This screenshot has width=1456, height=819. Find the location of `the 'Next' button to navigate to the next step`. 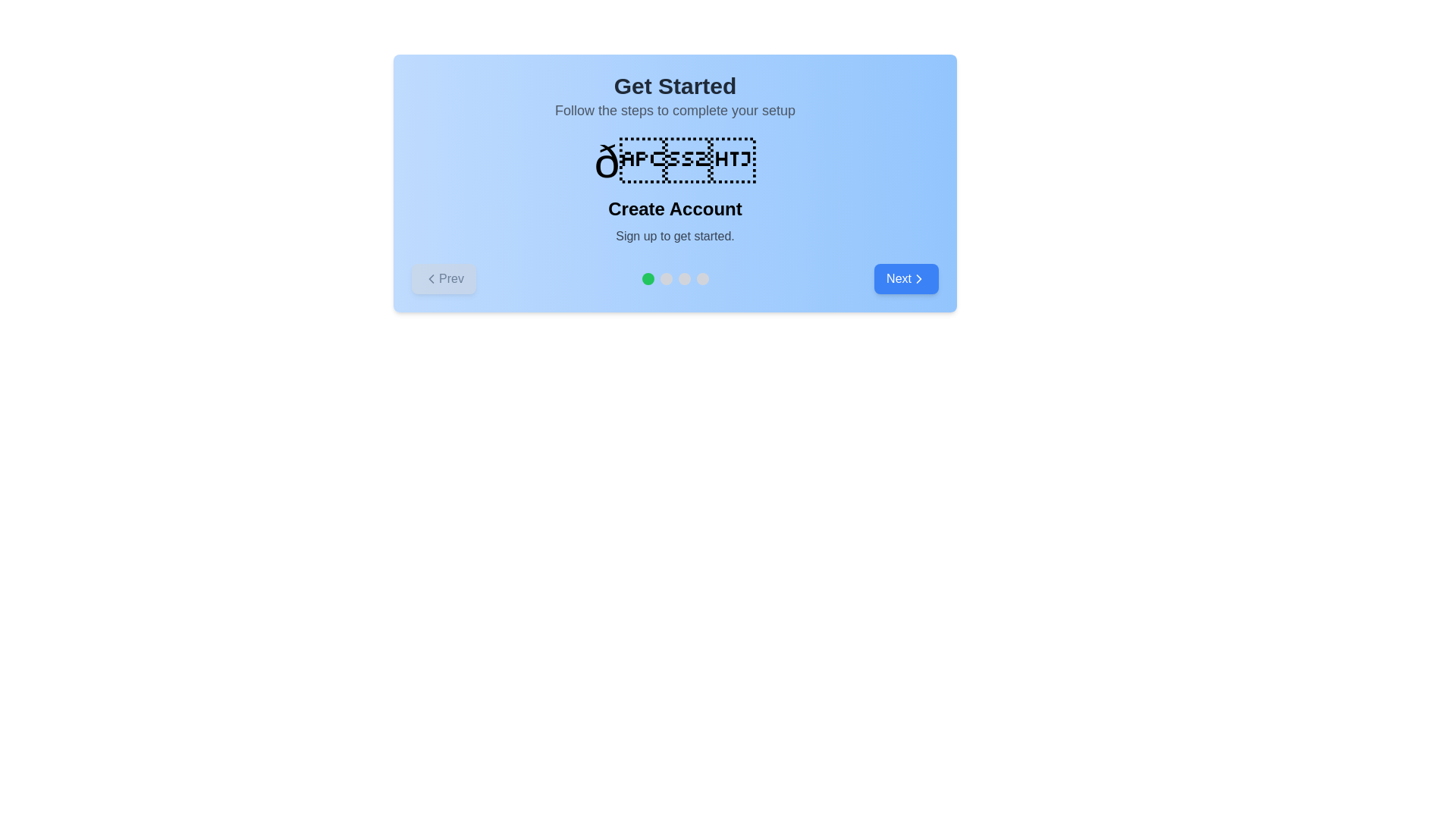

the 'Next' button to navigate to the next step is located at coordinates (906, 278).